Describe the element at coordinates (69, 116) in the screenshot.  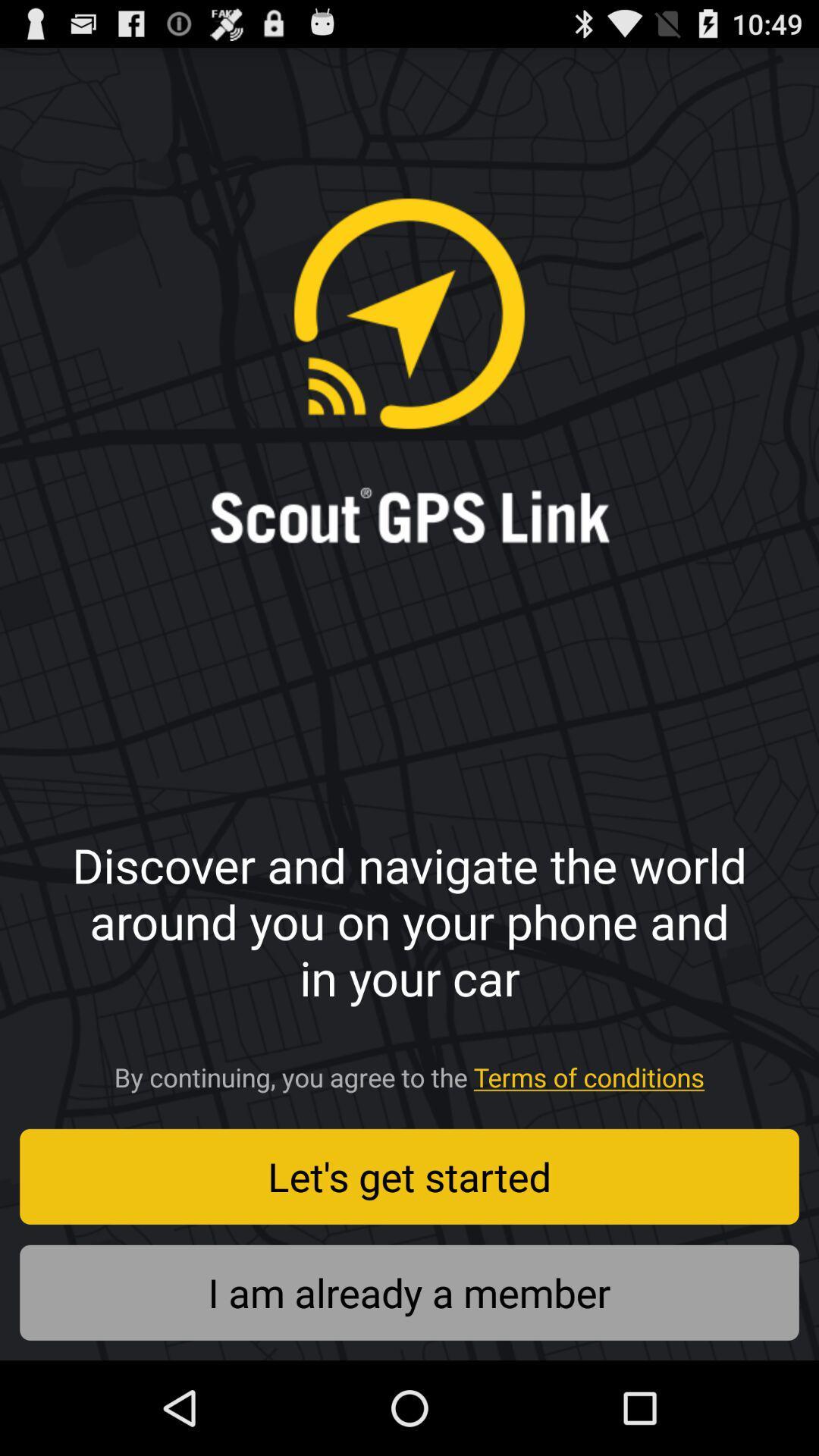
I see `the item above the discover and navigate icon` at that location.